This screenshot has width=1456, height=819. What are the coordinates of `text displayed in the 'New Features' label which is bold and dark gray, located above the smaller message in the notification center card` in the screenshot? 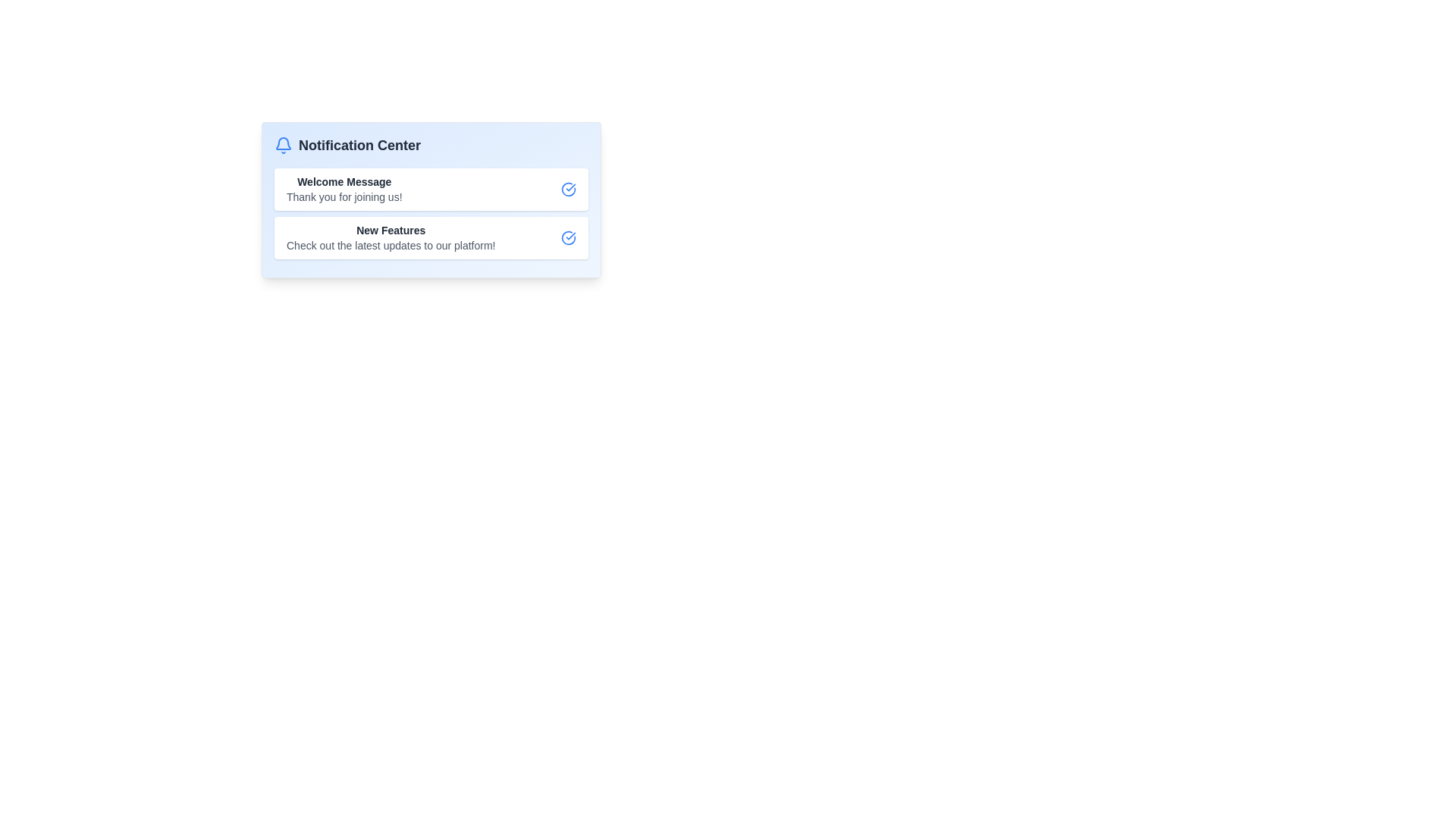 It's located at (391, 231).